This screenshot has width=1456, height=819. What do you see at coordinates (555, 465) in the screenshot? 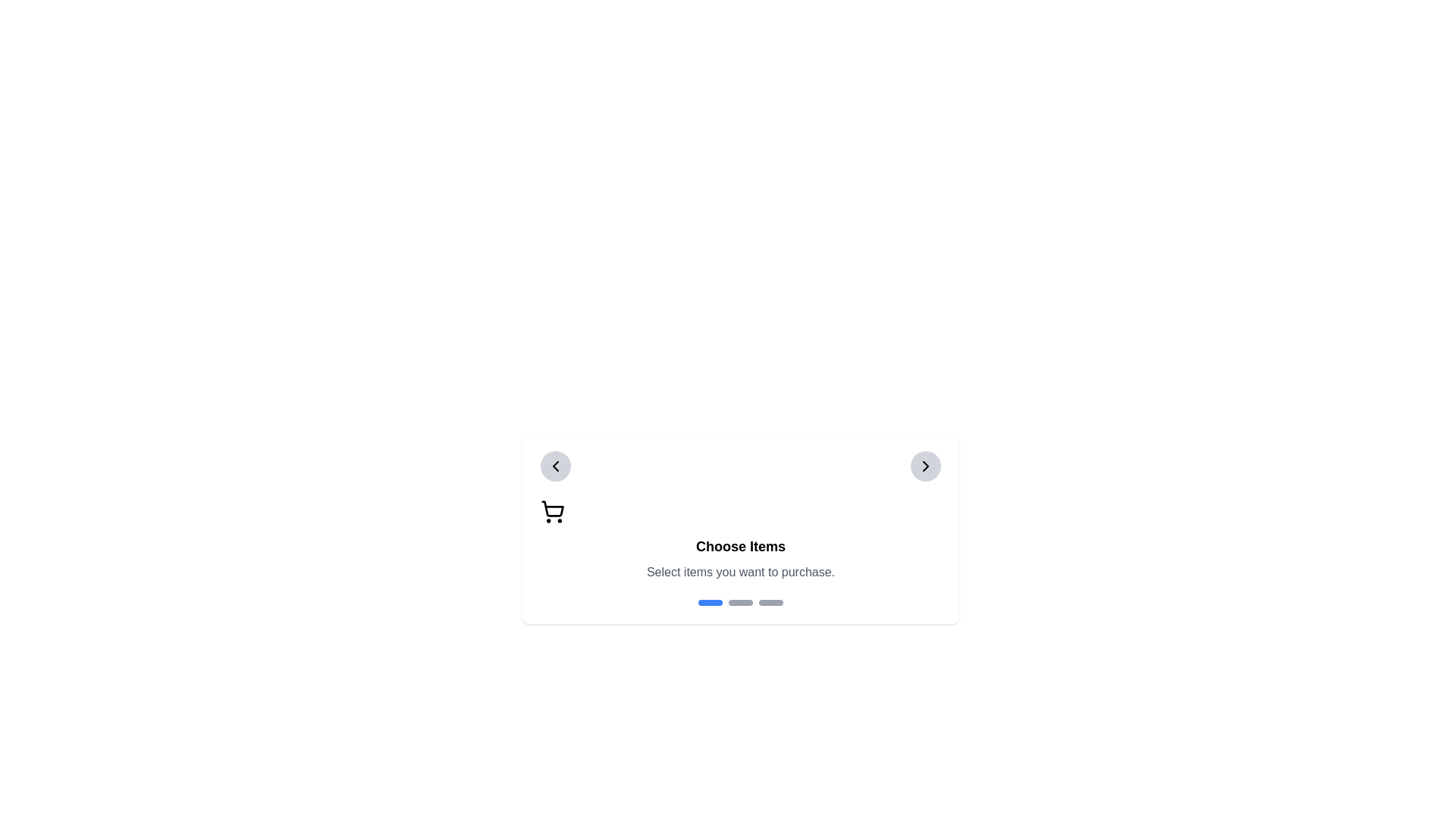
I see `the left arrow button to navigate to the previous step` at bounding box center [555, 465].